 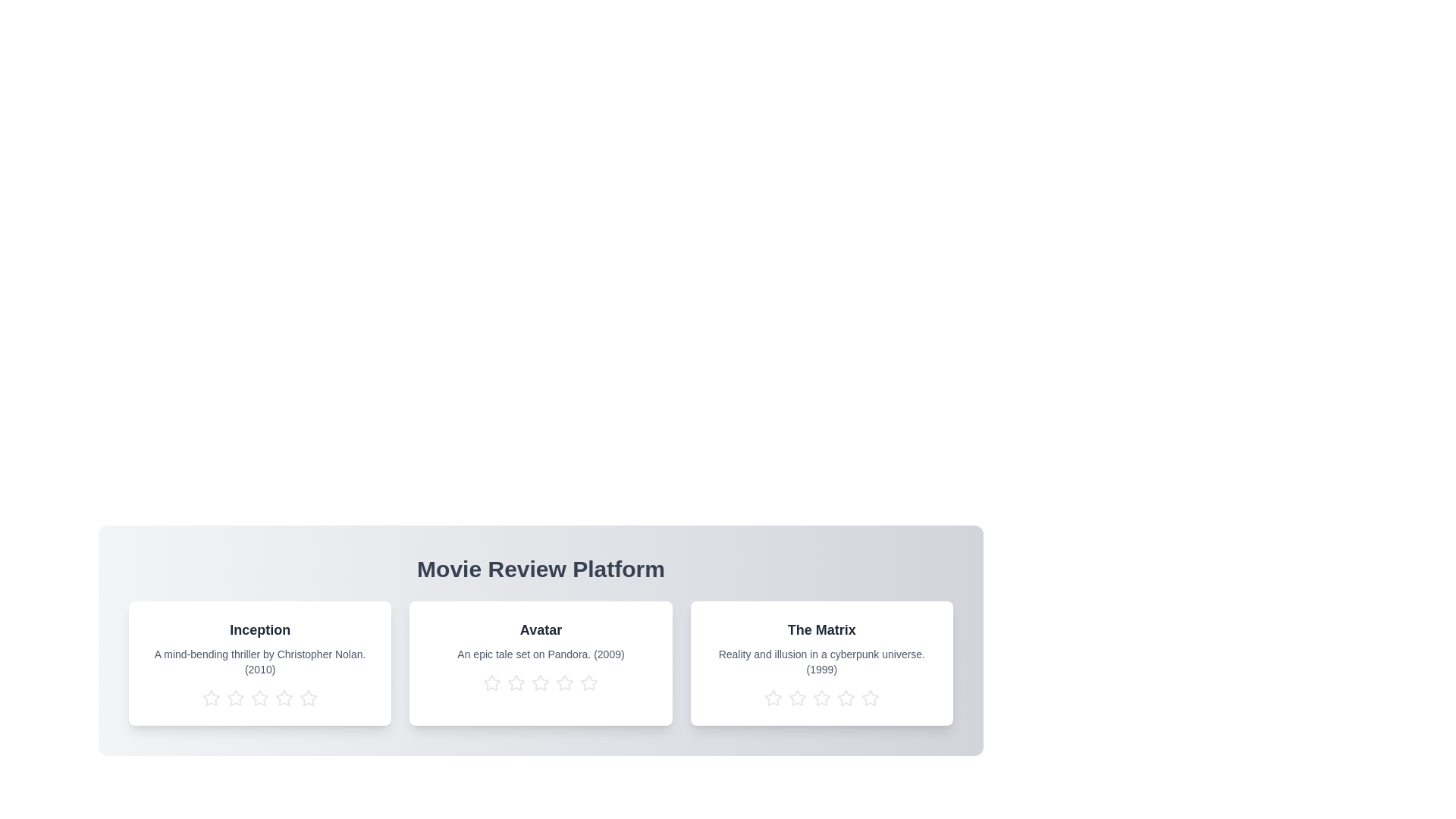 What do you see at coordinates (210, 698) in the screenshot?
I see `the star corresponding to 1 stars for the movie titled Inception` at bounding box center [210, 698].